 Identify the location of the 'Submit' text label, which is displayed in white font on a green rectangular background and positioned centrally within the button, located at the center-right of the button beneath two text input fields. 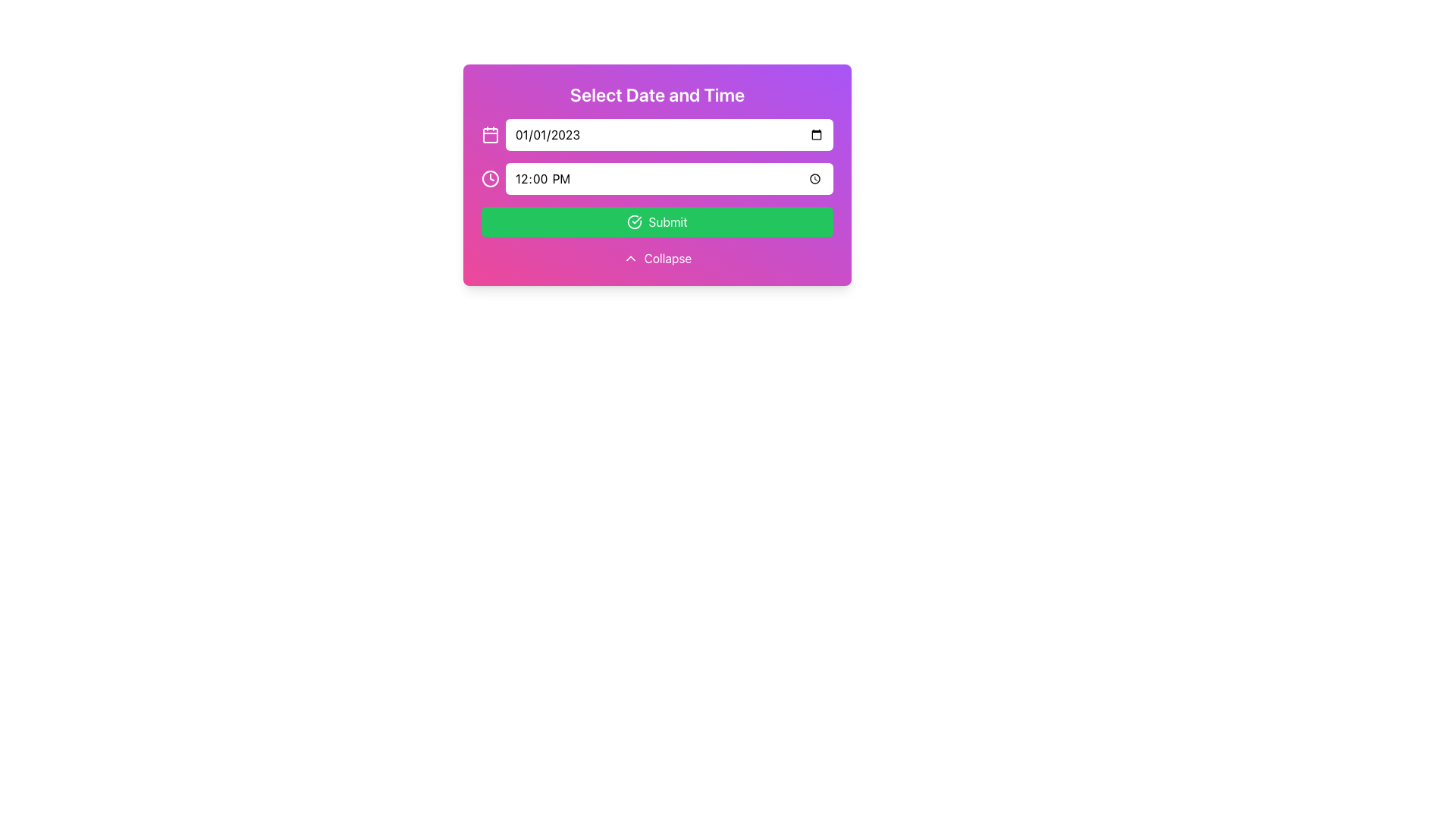
(667, 222).